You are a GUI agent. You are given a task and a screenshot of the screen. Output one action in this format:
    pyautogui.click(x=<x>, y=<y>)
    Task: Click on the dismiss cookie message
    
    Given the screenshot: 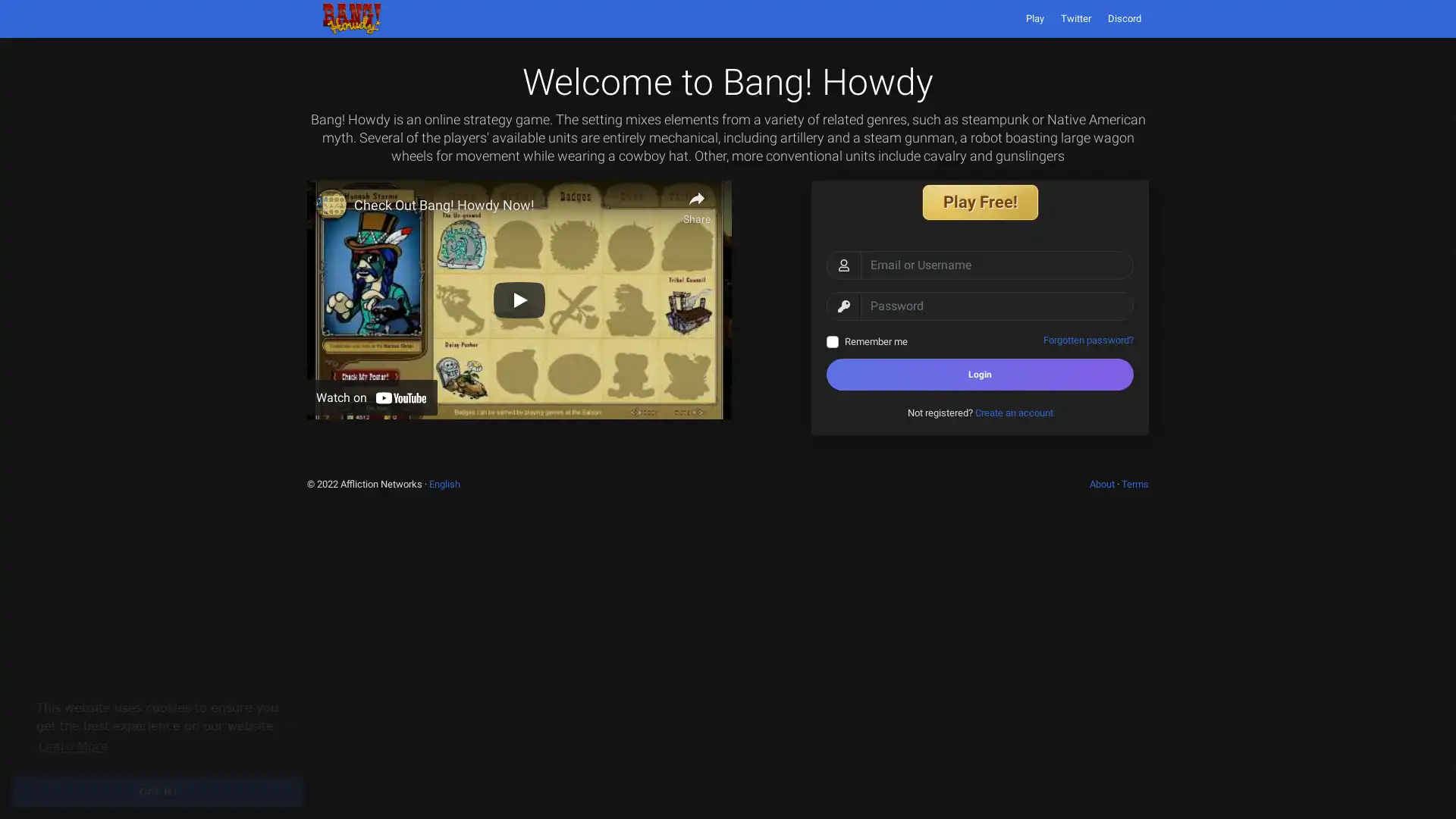 What is the action you would take?
    pyautogui.click(x=157, y=791)
    